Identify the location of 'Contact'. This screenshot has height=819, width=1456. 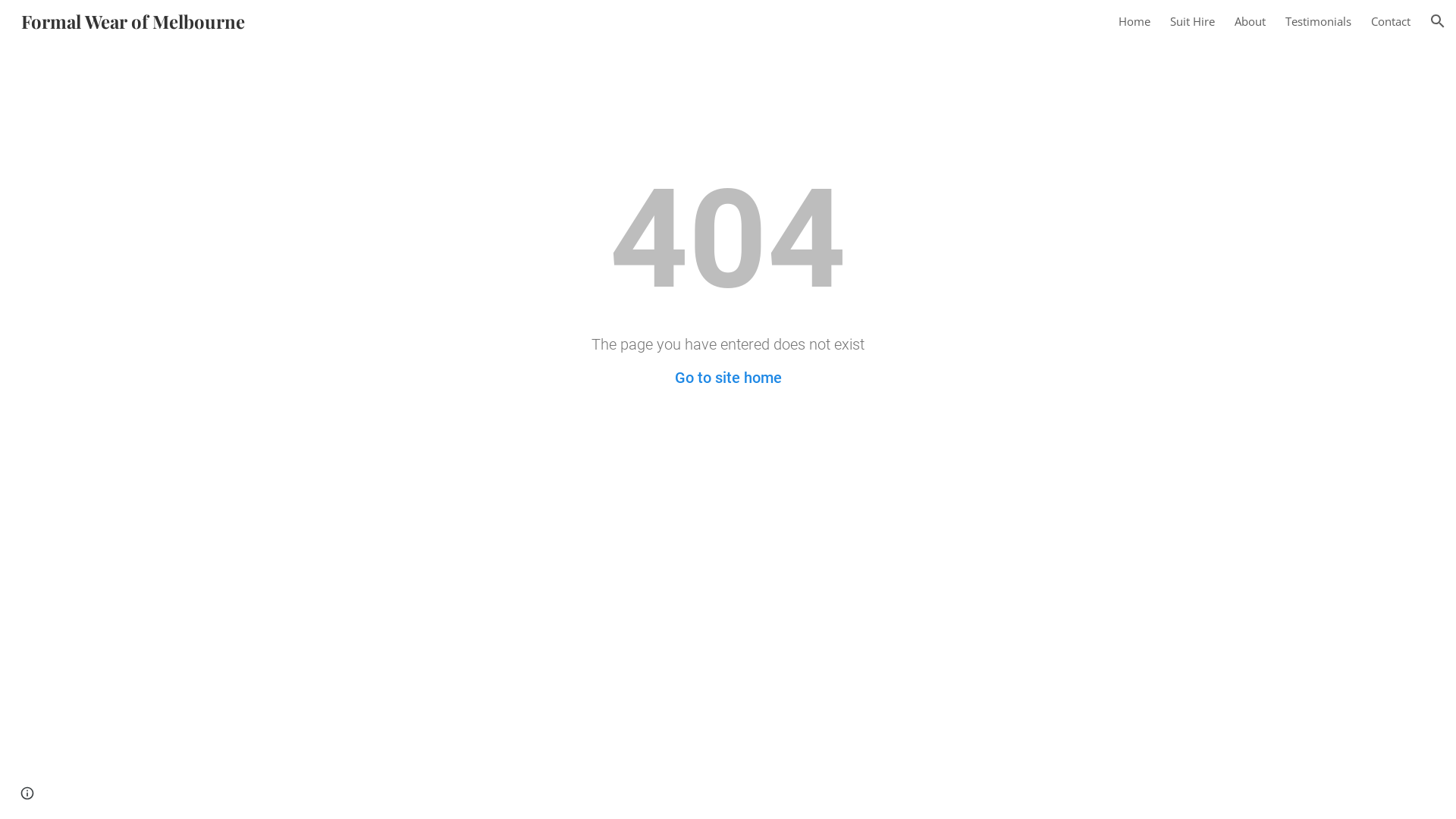
(1390, 20).